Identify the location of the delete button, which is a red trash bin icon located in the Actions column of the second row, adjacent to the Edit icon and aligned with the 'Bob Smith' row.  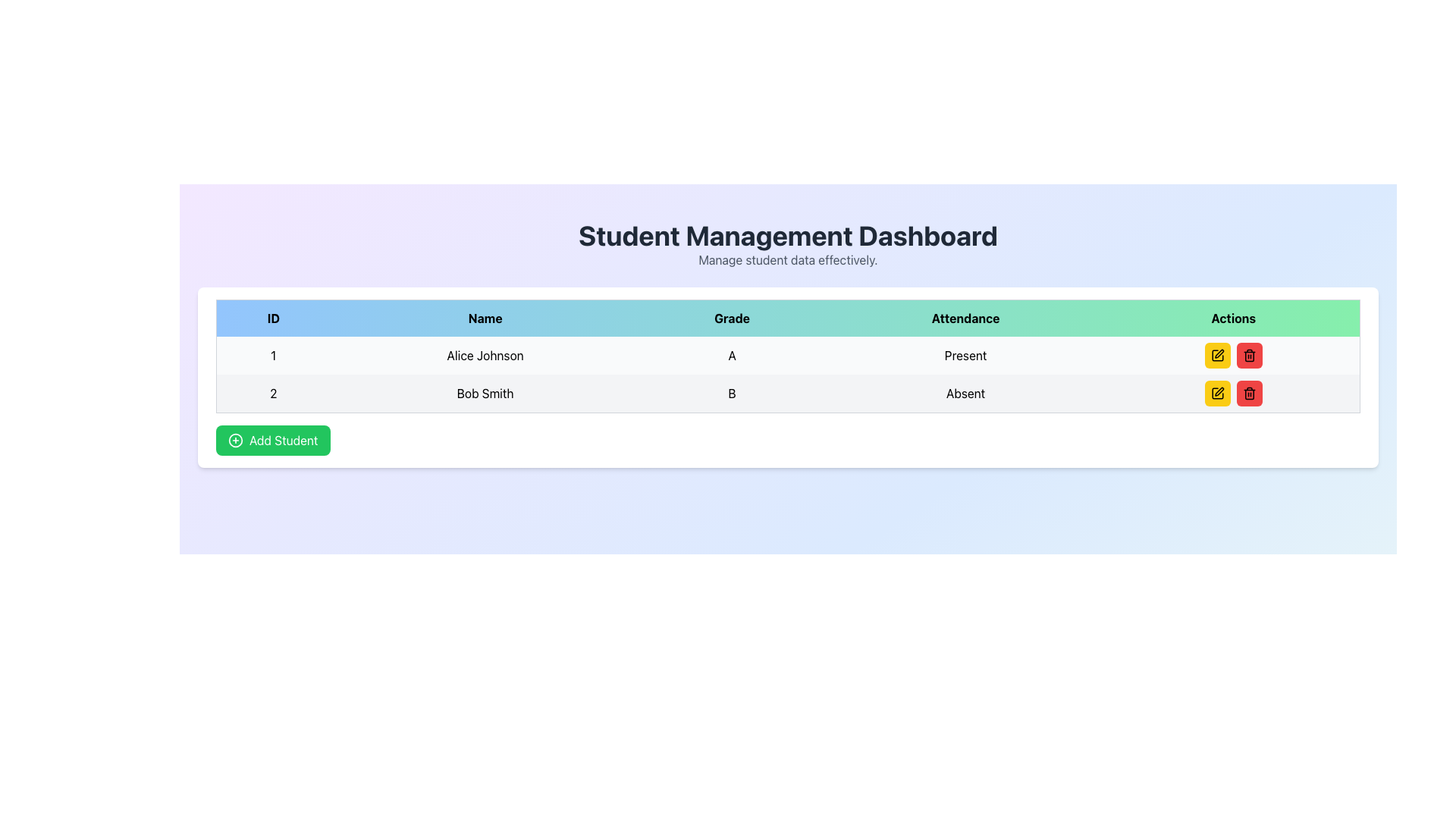
(1249, 394).